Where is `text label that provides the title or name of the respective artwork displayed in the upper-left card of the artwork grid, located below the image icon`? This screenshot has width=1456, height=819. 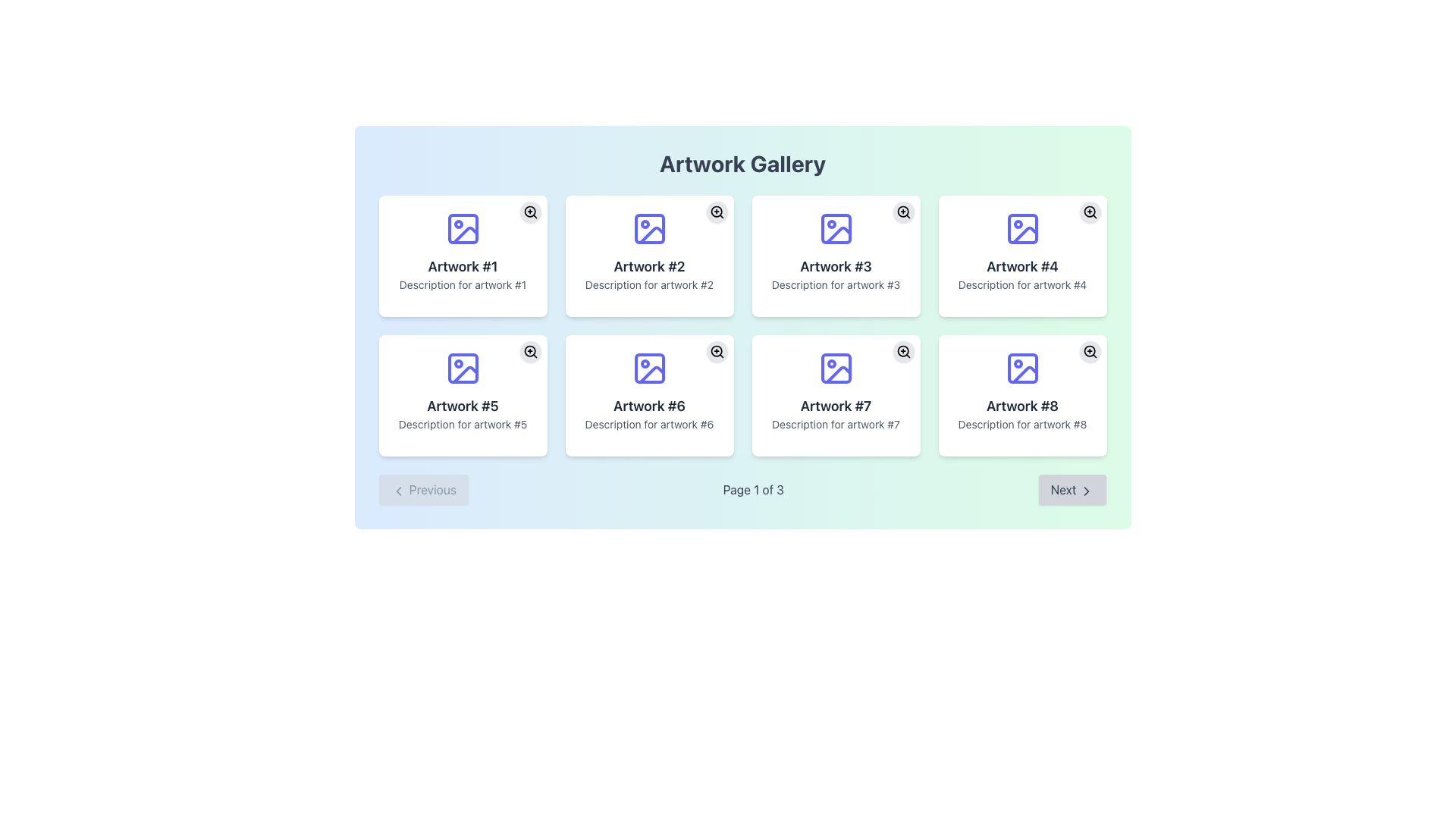
text label that provides the title or name of the respective artwork displayed in the upper-left card of the artwork grid, located below the image icon is located at coordinates (462, 265).